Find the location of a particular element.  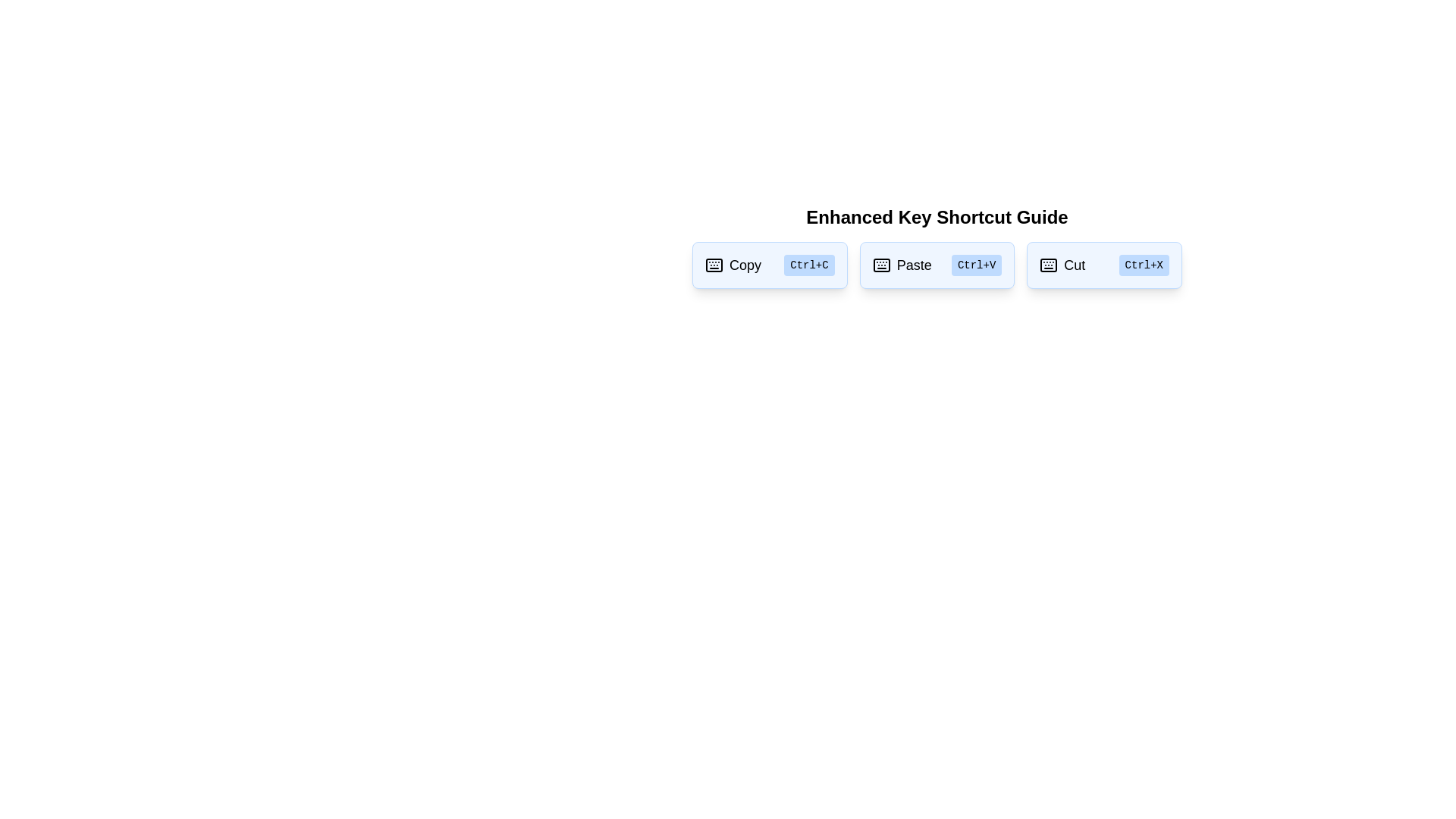

the minimalist keyboard icon located to the left of the 'Cut' button is located at coordinates (1048, 265).